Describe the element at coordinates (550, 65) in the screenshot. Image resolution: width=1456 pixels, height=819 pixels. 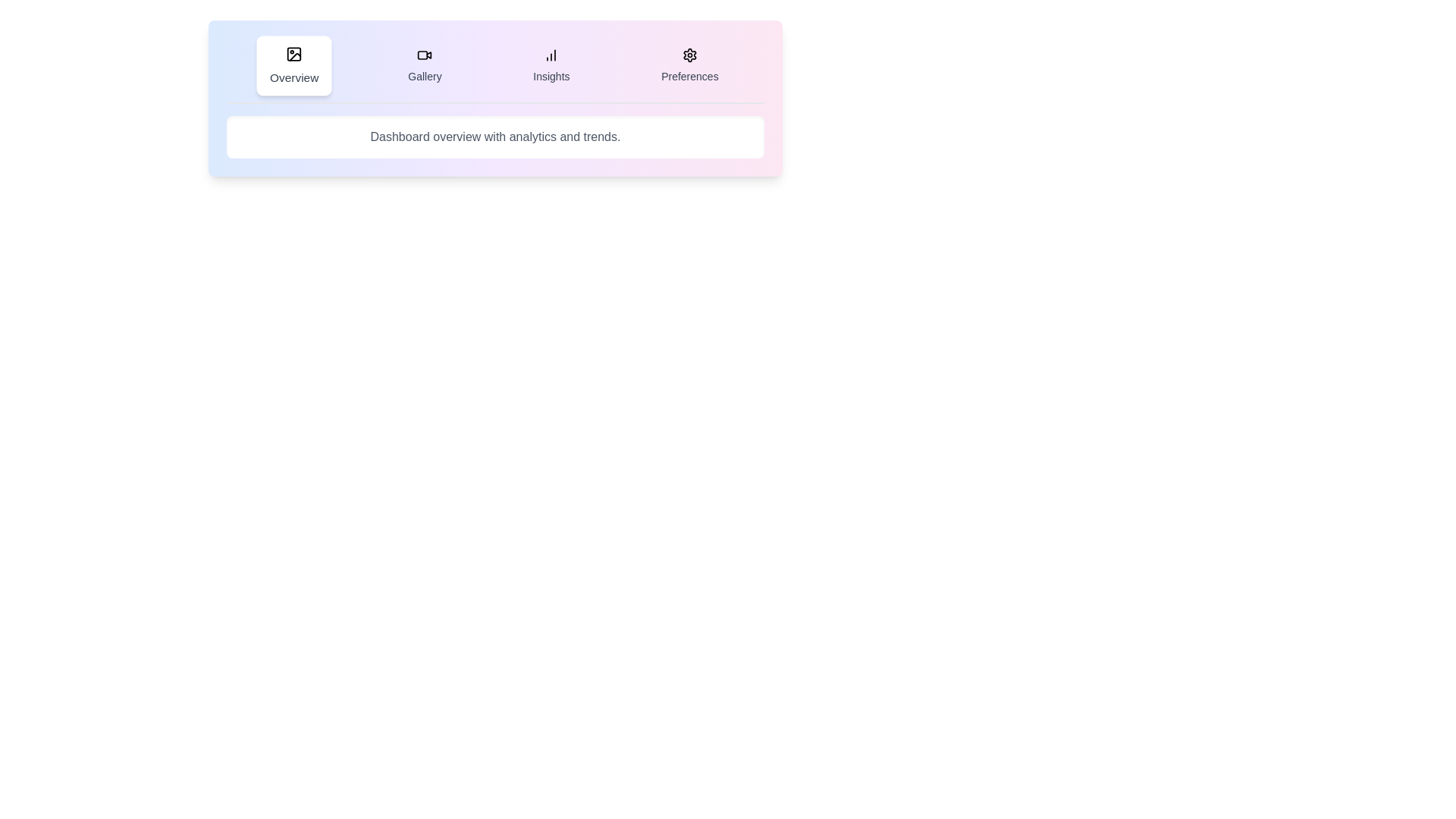
I see `the tab labeled 'Insights' to observe its hover effect` at that location.